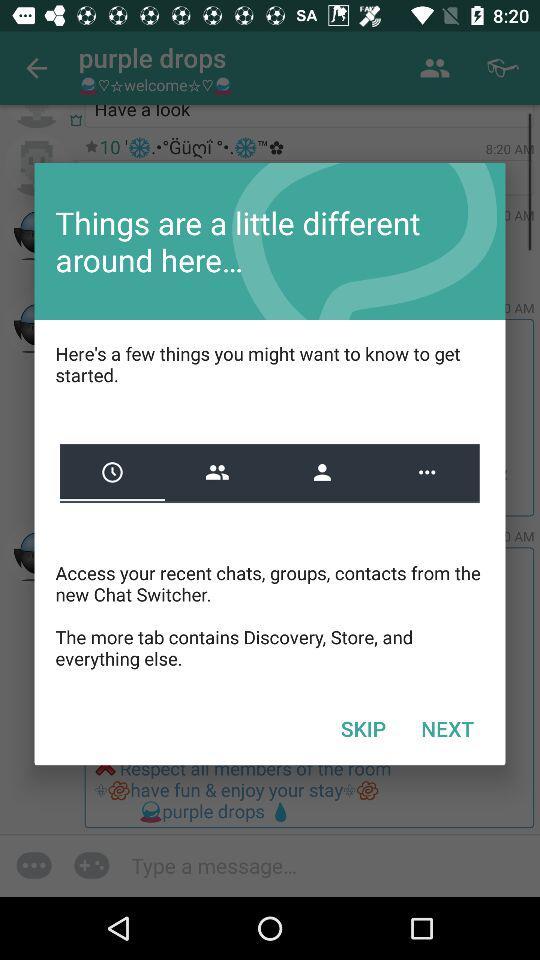  What do you see at coordinates (447, 727) in the screenshot?
I see `next item` at bounding box center [447, 727].